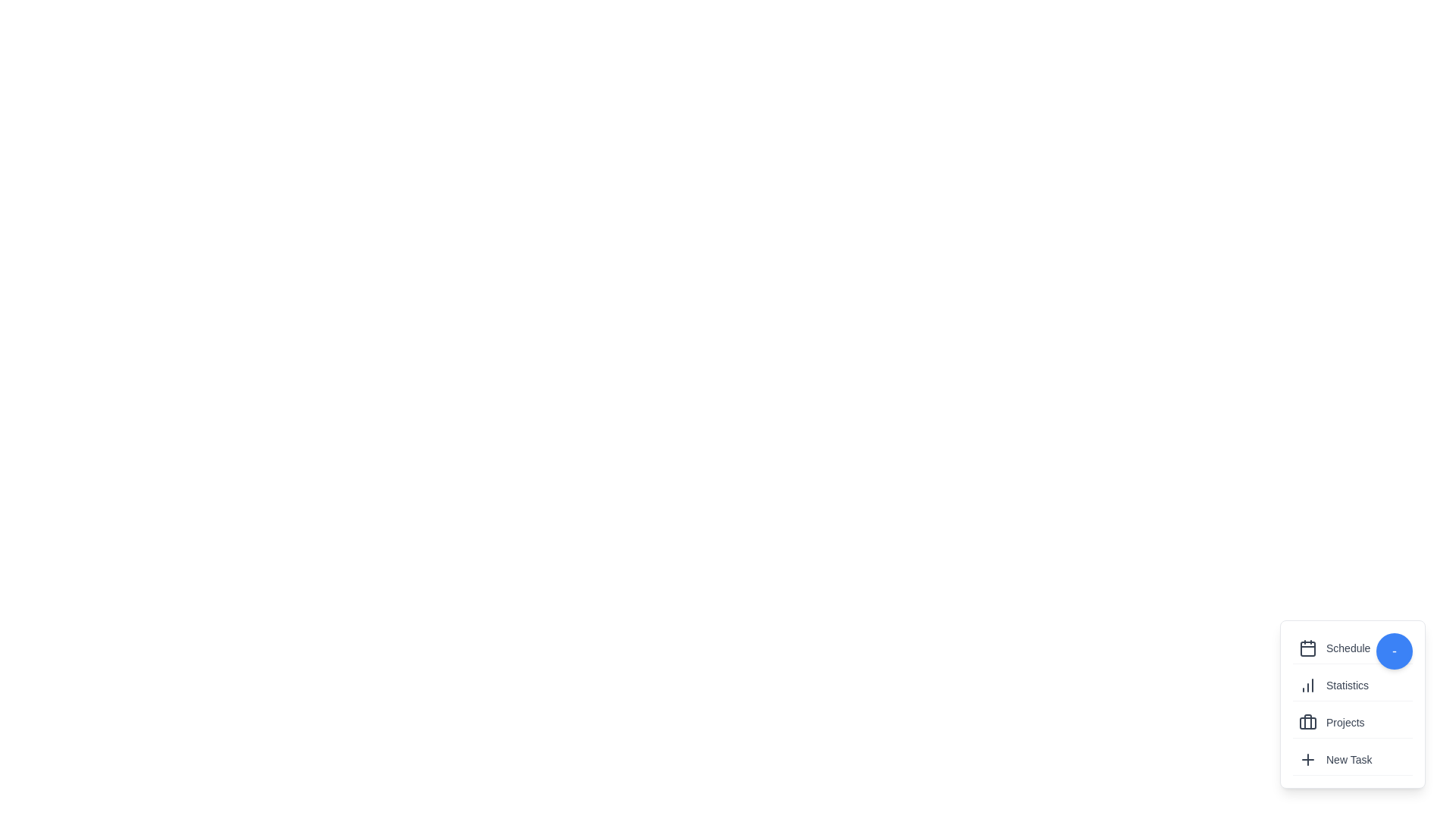 Image resolution: width=1456 pixels, height=819 pixels. Describe the element at coordinates (1348, 648) in the screenshot. I see `text 'Schedule' from the label that is styled with medium font weight and is the first item in a vertical list of actionable items adjacent to a calendar icon` at that location.